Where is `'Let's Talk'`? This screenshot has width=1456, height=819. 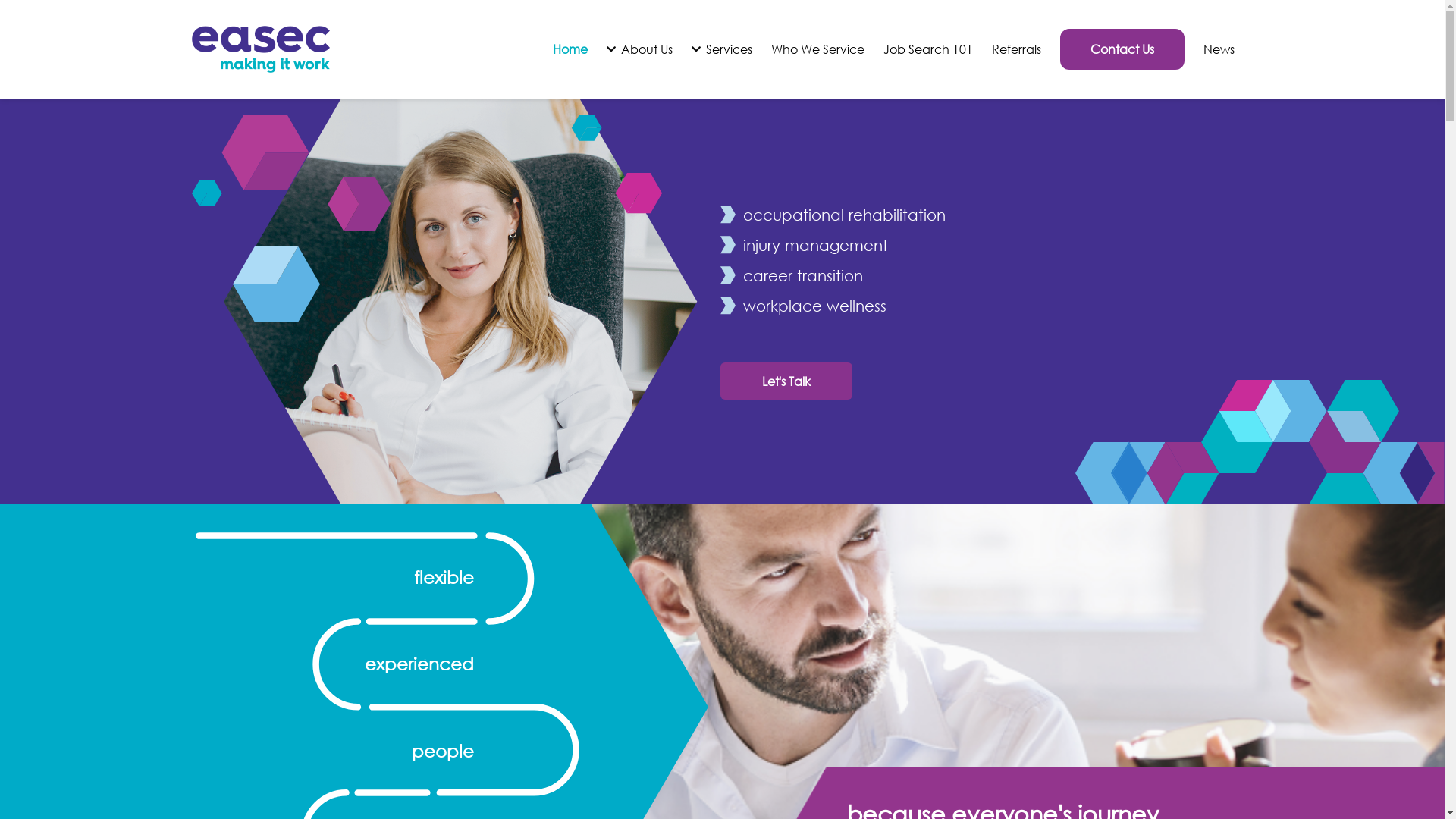
'Let's Talk' is located at coordinates (786, 380).